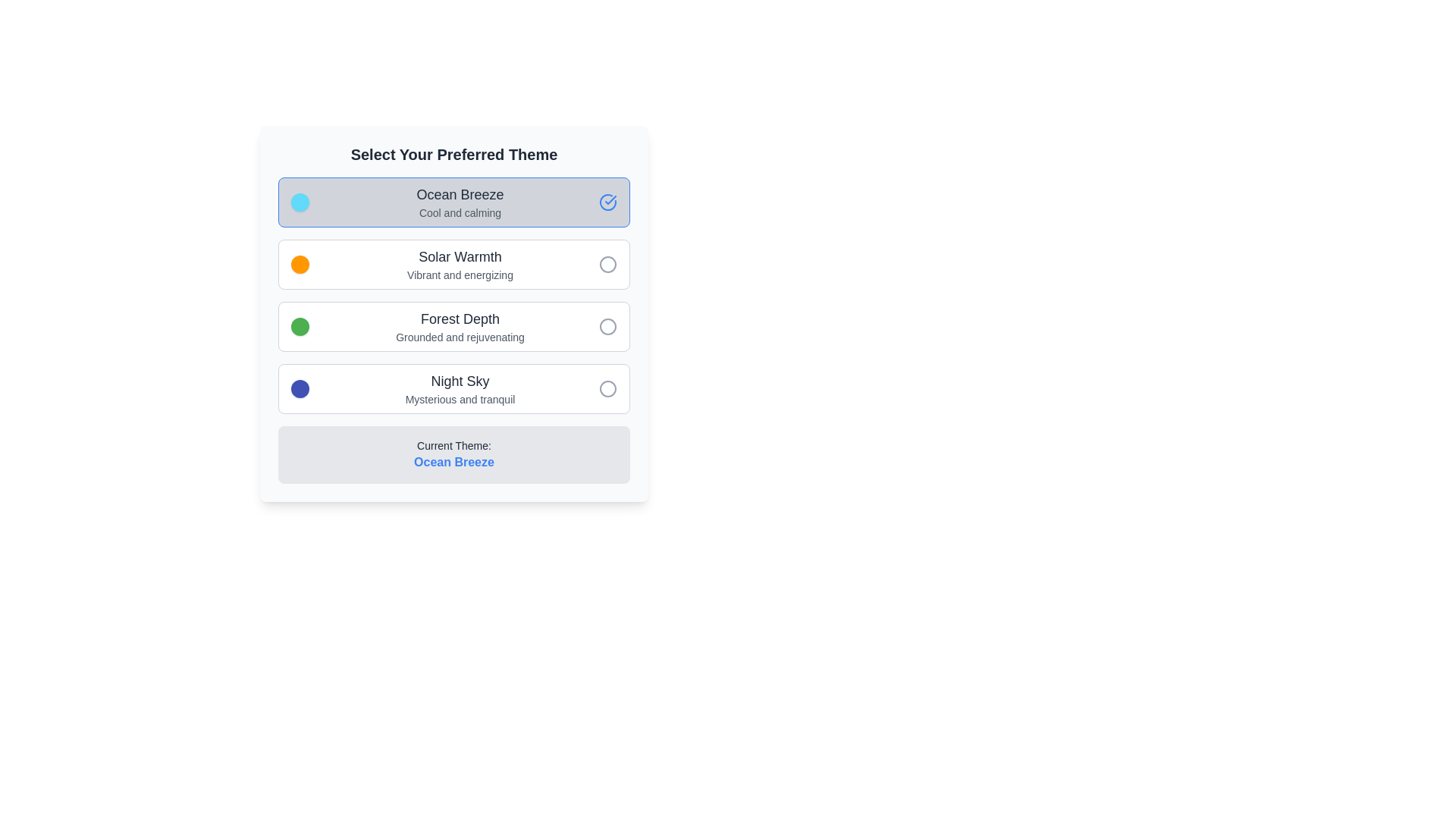 This screenshot has height=819, width=1456. Describe the element at coordinates (607, 388) in the screenshot. I see `the filled circular radio button indicator for the 'Night Sky' theme option` at that location.